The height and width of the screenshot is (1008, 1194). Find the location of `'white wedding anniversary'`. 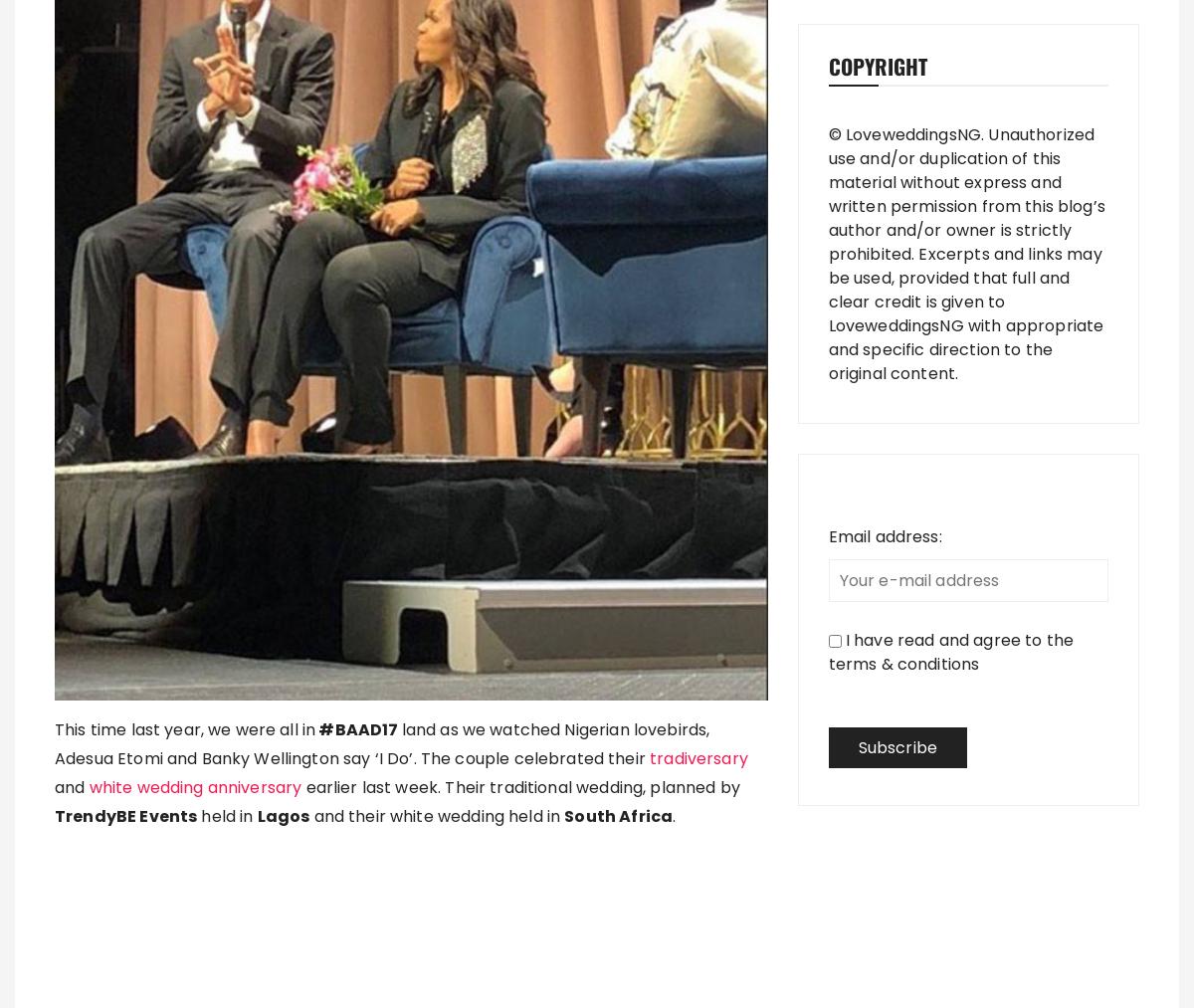

'white wedding anniversary' is located at coordinates (193, 786).